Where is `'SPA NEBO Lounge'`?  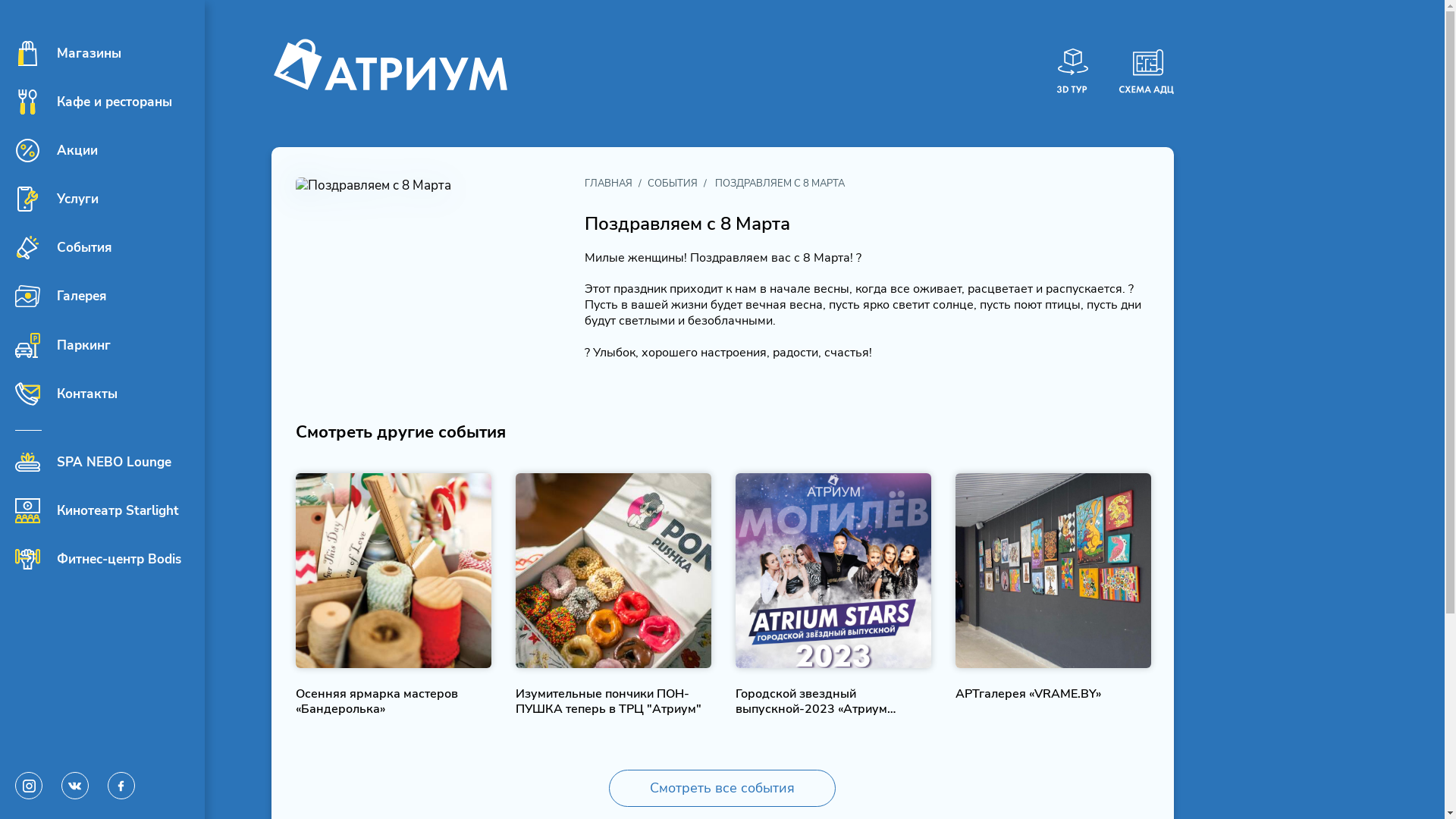 'SPA NEBO Lounge' is located at coordinates (93, 461).